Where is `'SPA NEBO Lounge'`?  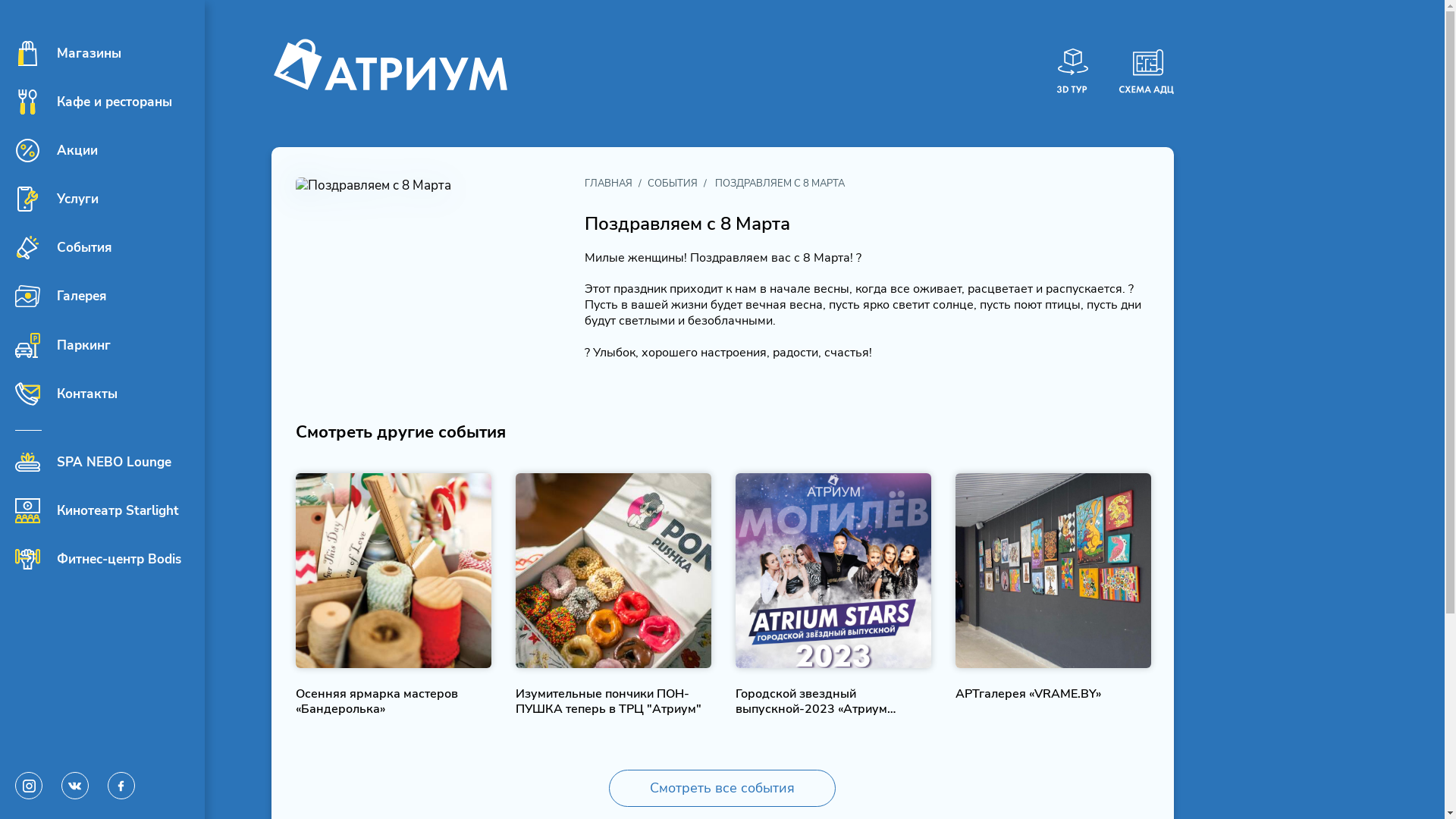 'SPA NEBO Lounge' is located at coordinates (93, 461).